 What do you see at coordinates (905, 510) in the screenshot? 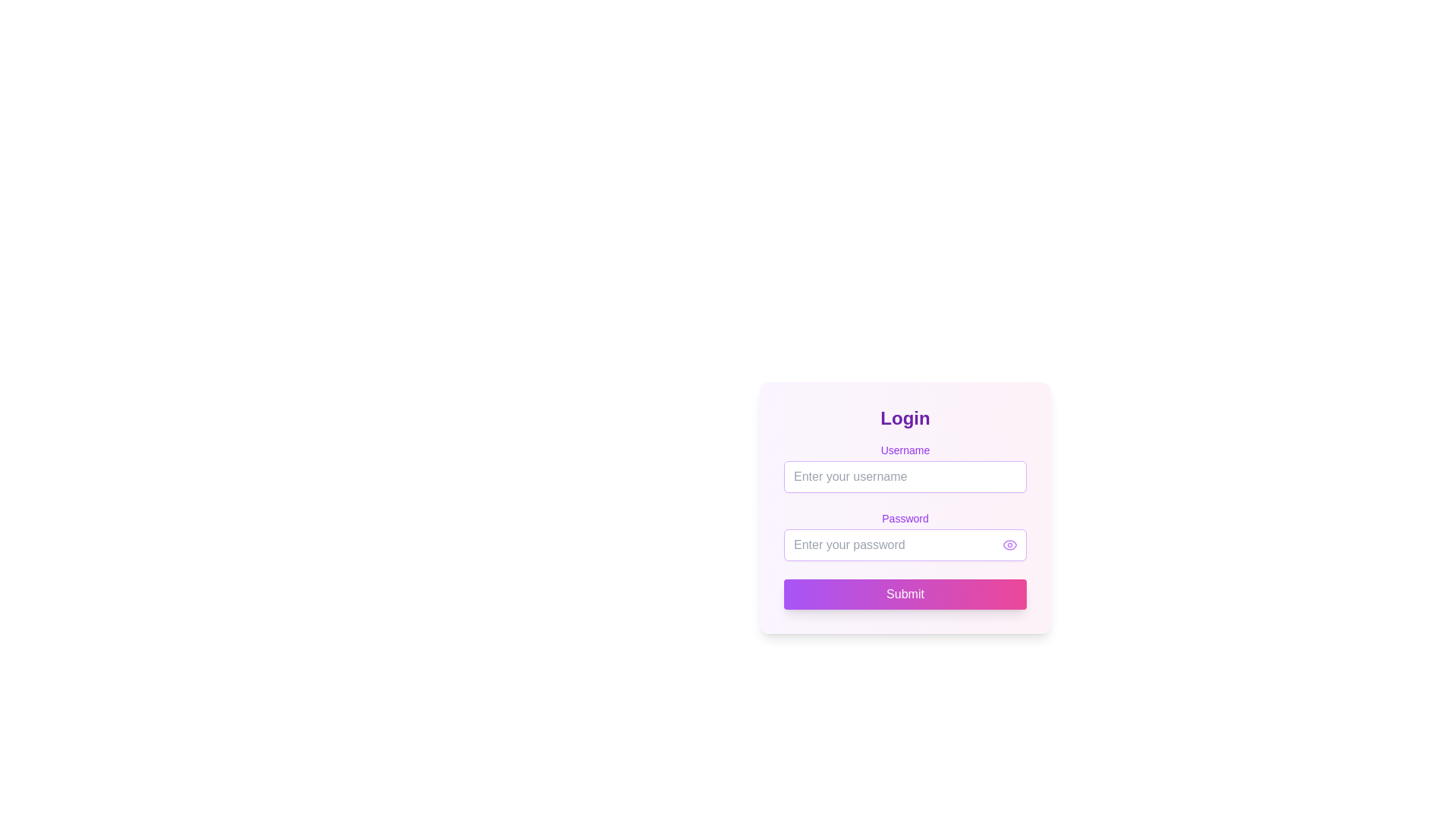
I see `the purple 'Password' text label located above the password input field within the login card layout` at bounding box center [905, 510].